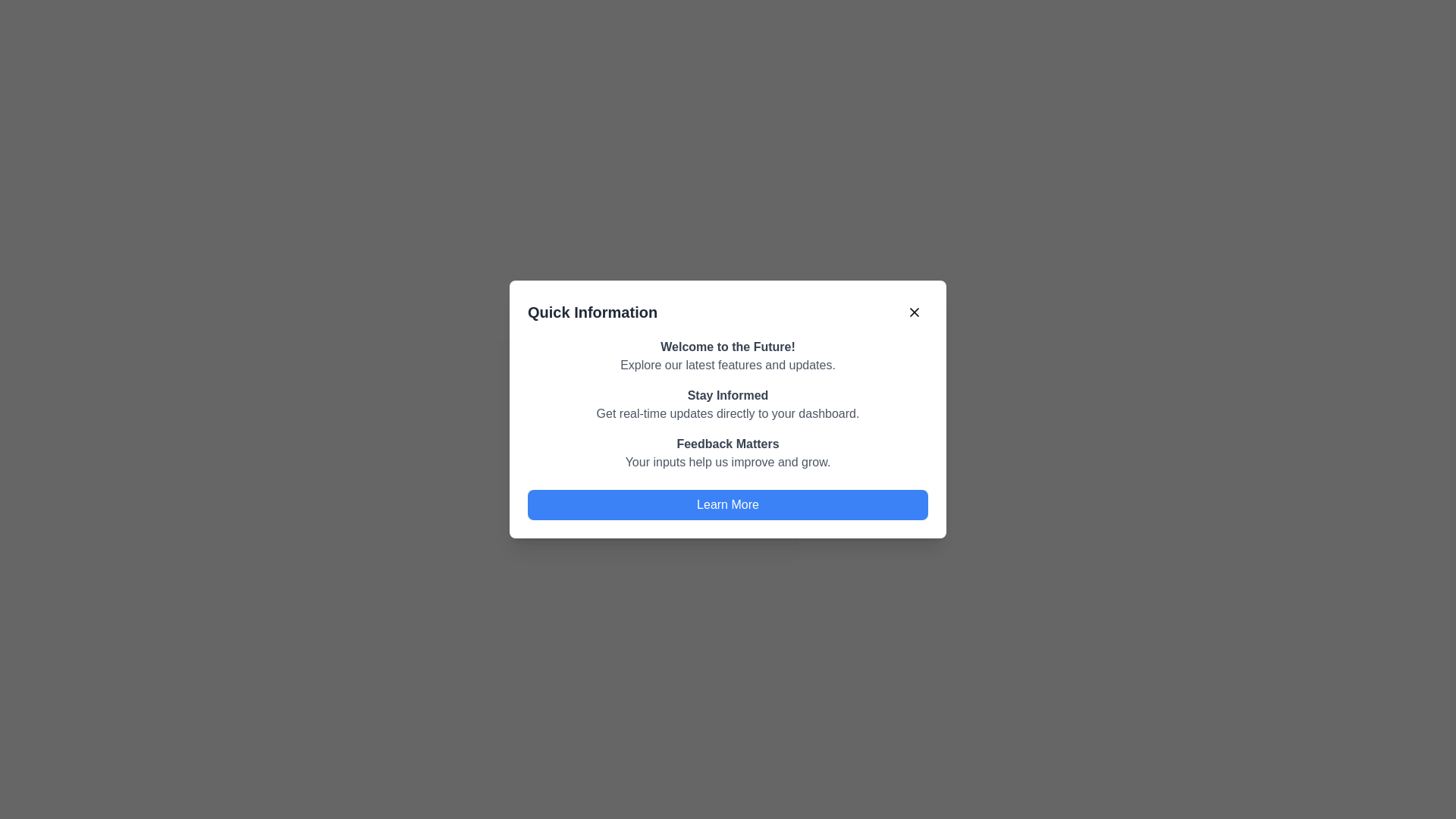  Describe the element at coordinates (728, 403) in the screenshot. I see `the text block that informs users about receiving real-time updates, which is centrally placed under the 'Quick Information' dialog` at that location.